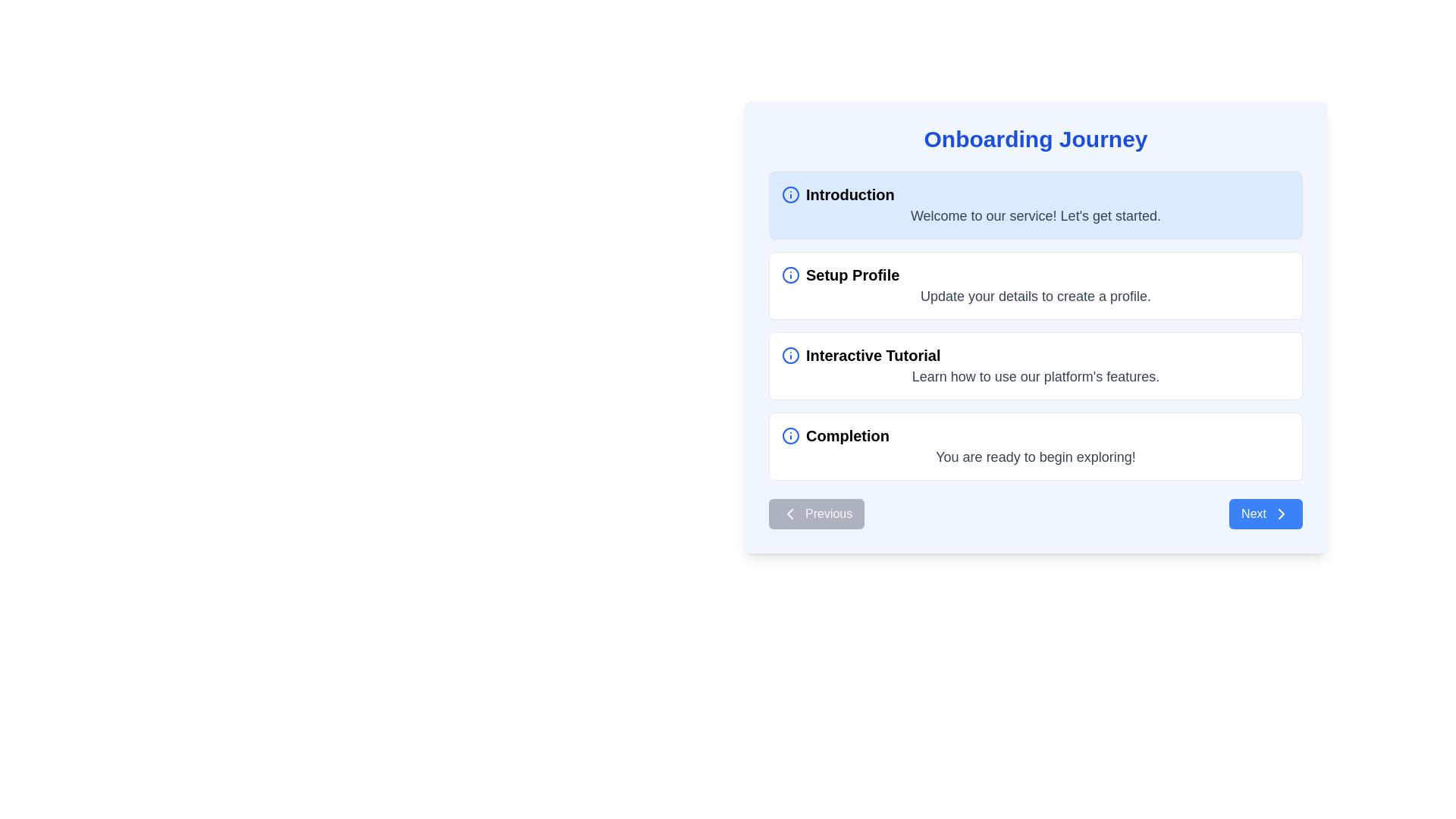 Image resolution: width=1456 pixels, height=819 pixels. Describe the element at coordinates (1035, 216) in the screenshot. I see `welcoming message text presented in the light blue background box located beneath the 'Introduction' header` at that location.